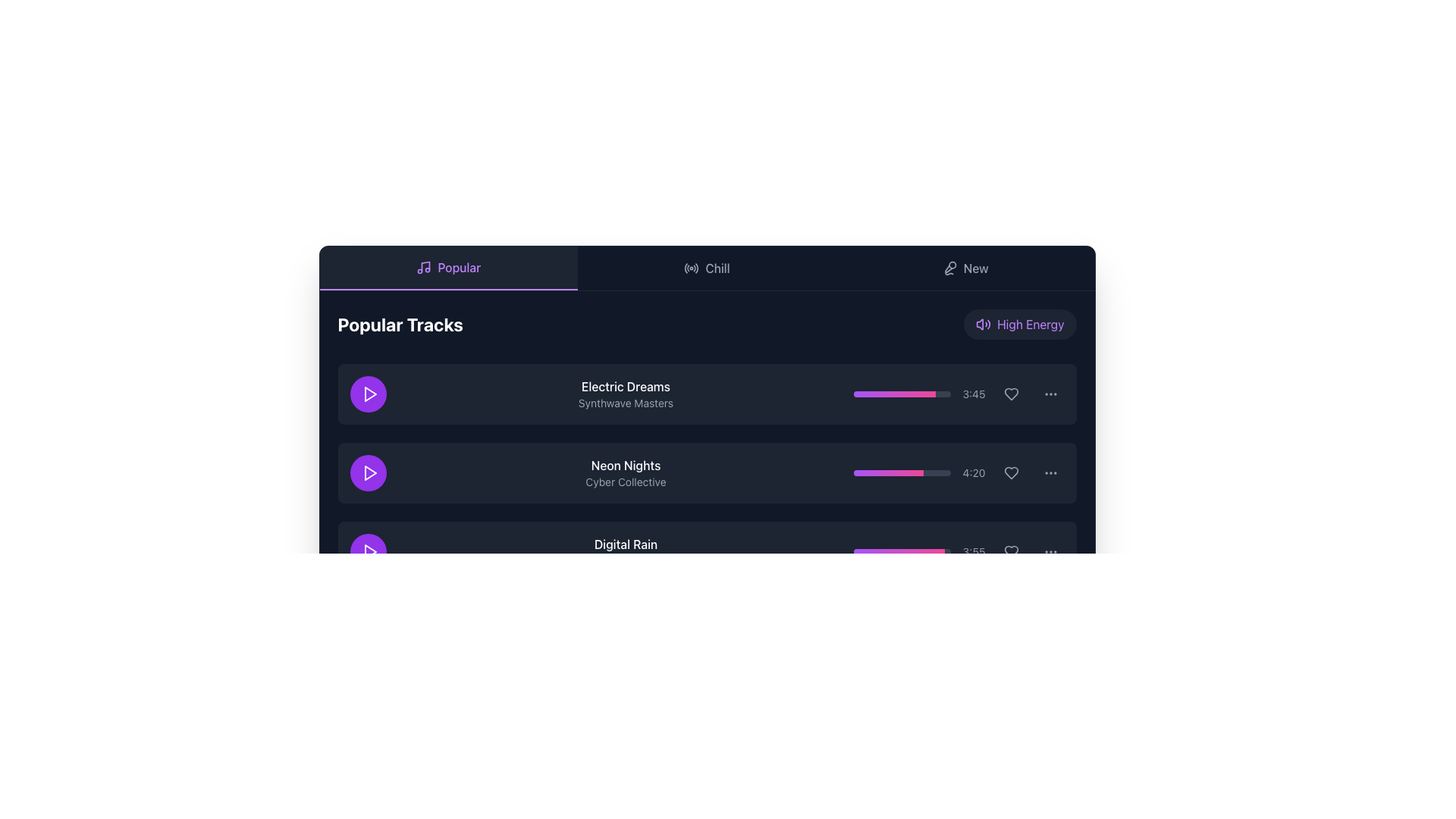 This screenshot has height=819, width=1456. Describe the element at coordinates (369, 552) in the screenshot. I see `the triangular play button icon, which is white and set against a purple circular background, located on the left side of the third item in the 'Popular Tracks' list` at that location.